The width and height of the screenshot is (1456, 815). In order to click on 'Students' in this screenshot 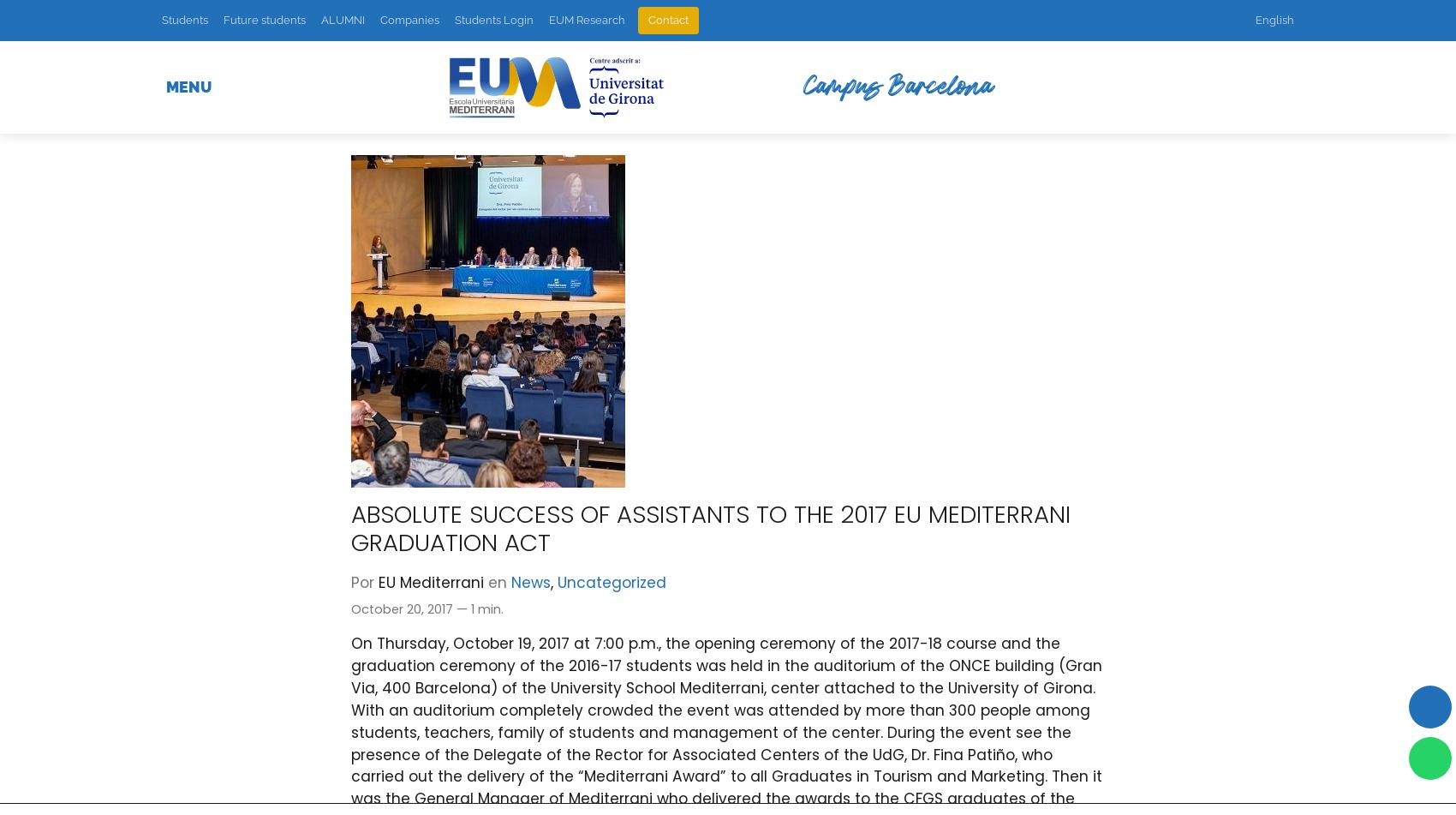, I will do `click(161, 20)`.